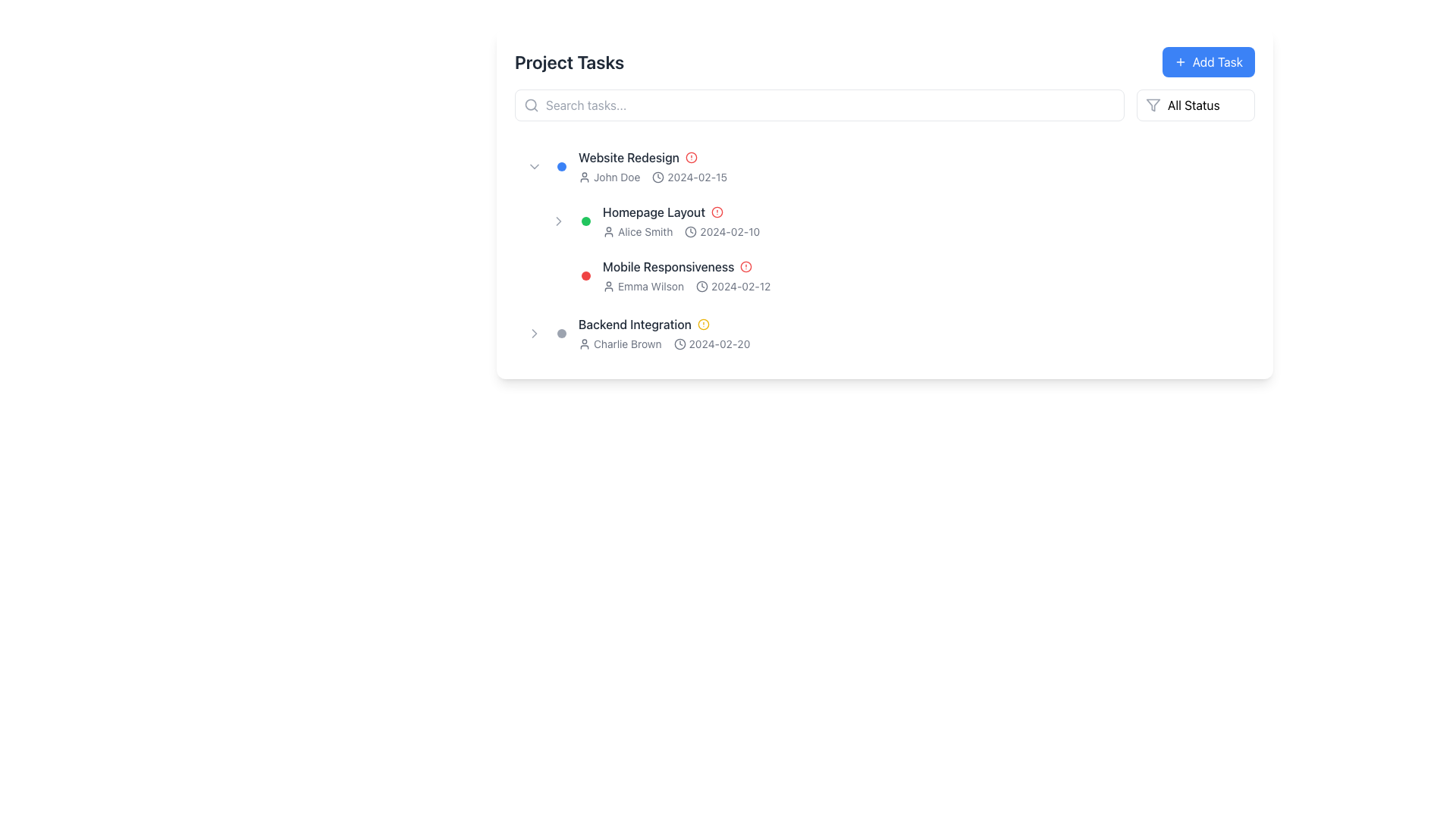 The width and height of the screenshot is (1456, 819). I want to click on on the task headline 'Mobile Responsiveness' with an assignment indicator, which is the third task under the 'Website Redesign' category, so click(924, 275).